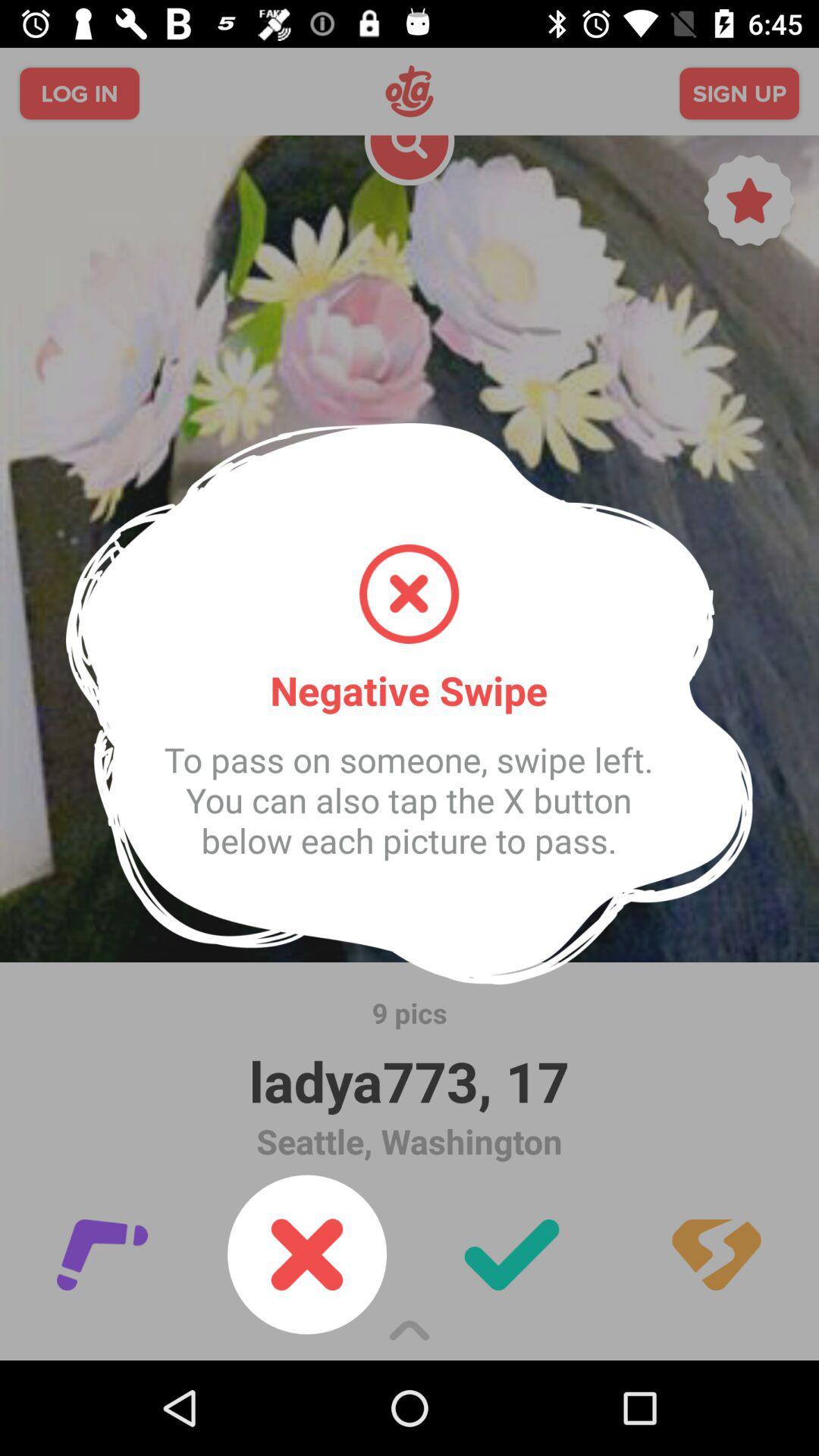 Image resolution: width=819 pixels, height=1456 pixels. What do you see at coordinates (717, 1255) in the screenshot?
I see `the icon to the right of tick option` at bounding box center [717, 1255].